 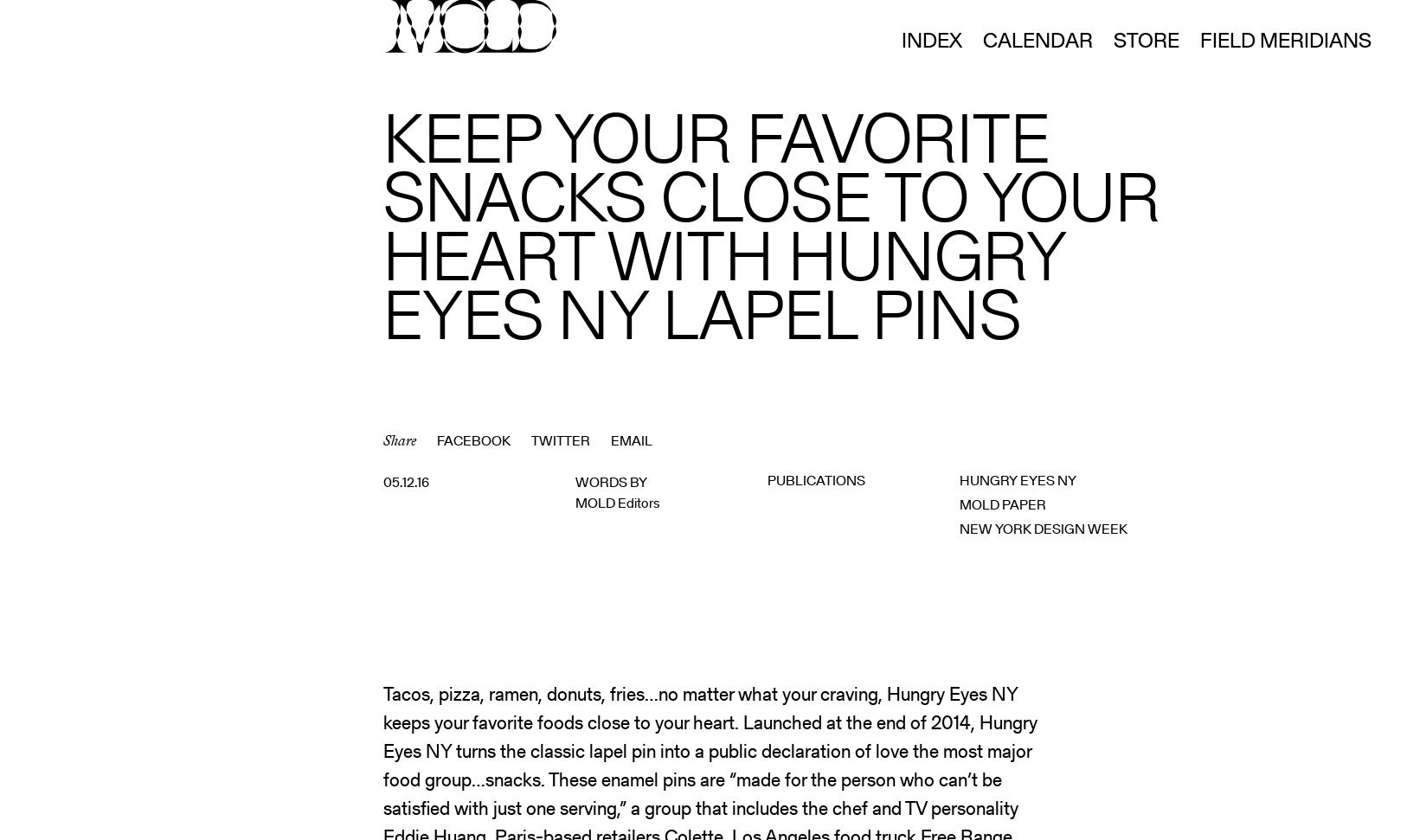 What do you see at coordinates (473, 439) in the screenshot?
I see `'Facebook'` at bounding box center [473, 439].